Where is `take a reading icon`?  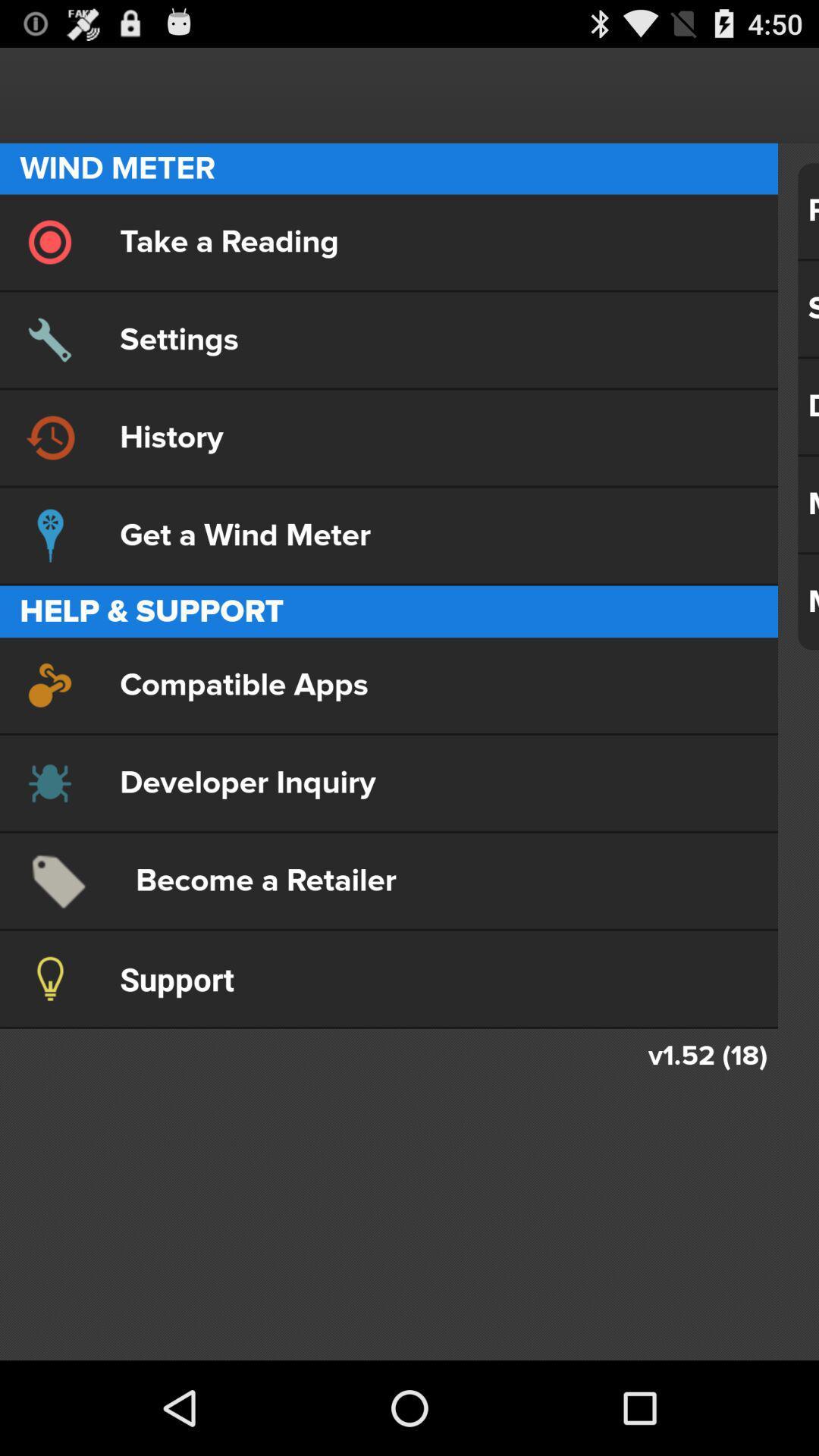
take a reading icon is located at coordinates (388, 241).